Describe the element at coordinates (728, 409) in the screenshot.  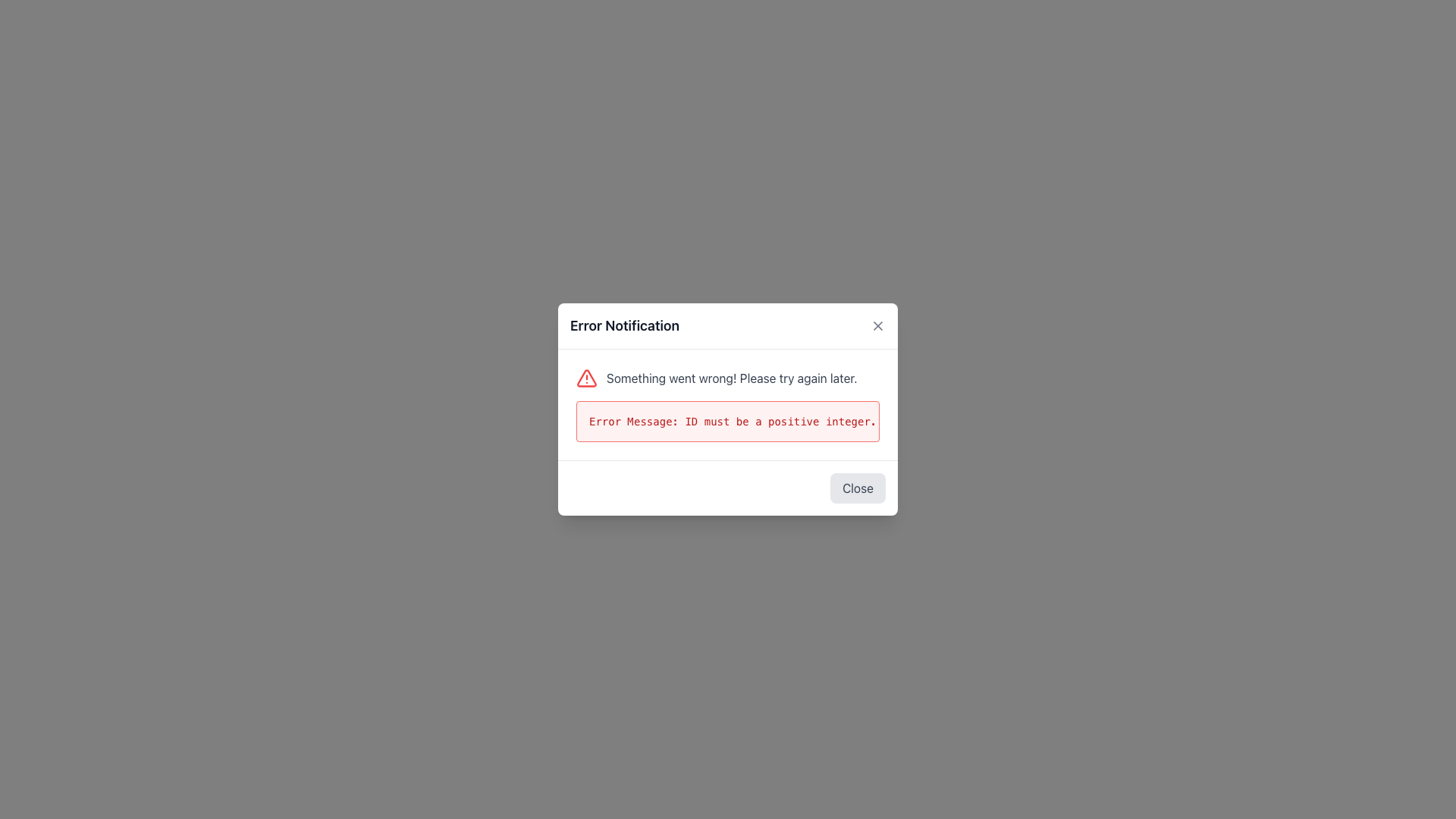
I see `error details displayed in the central modal dialog box that notifies the user of an error` at that location.